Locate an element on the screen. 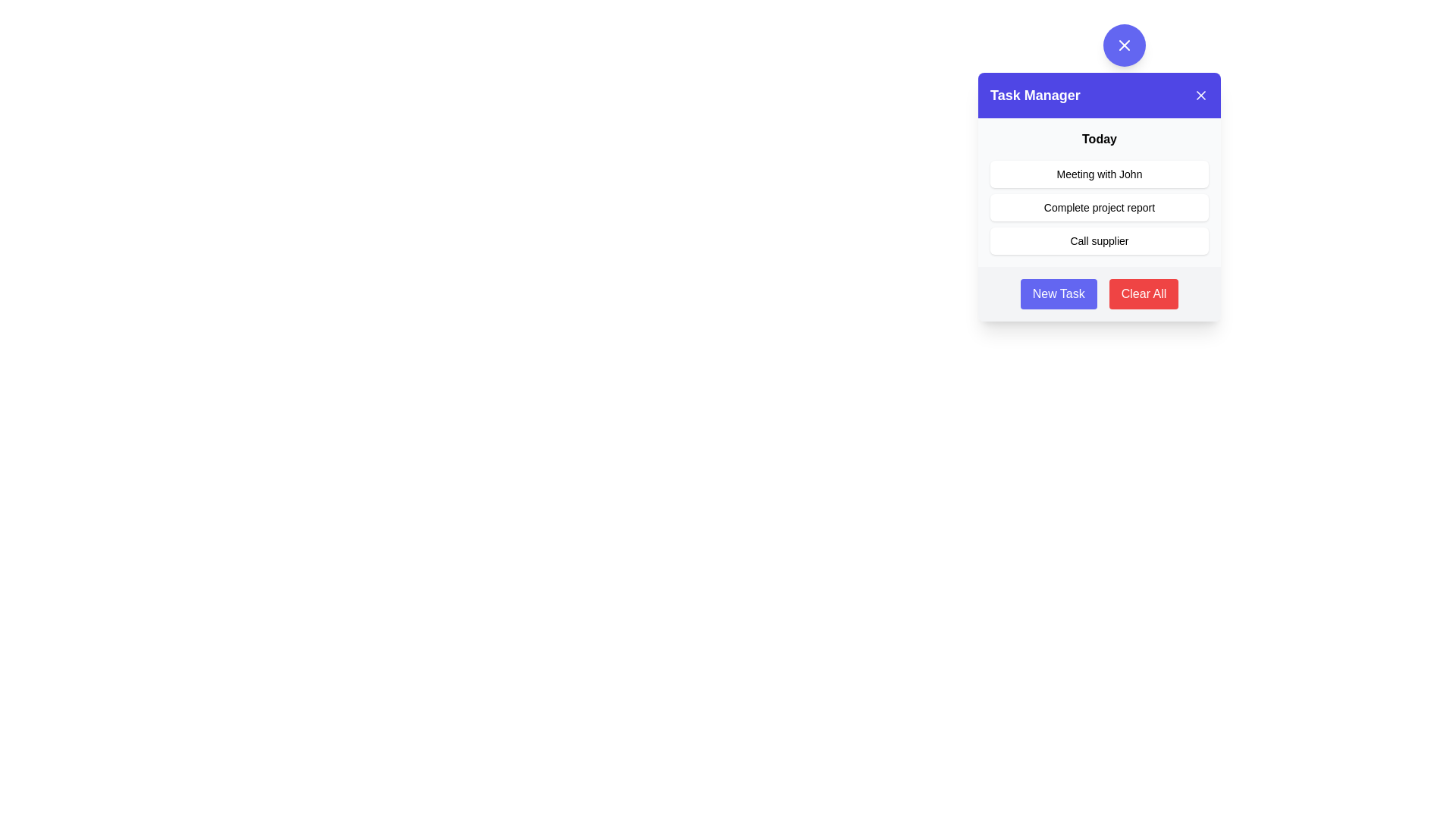 The height and width of the screenshot is (819, 1456). the close button located at the top-right corner of the modal dialog header is located at coordinates (1200, 96).